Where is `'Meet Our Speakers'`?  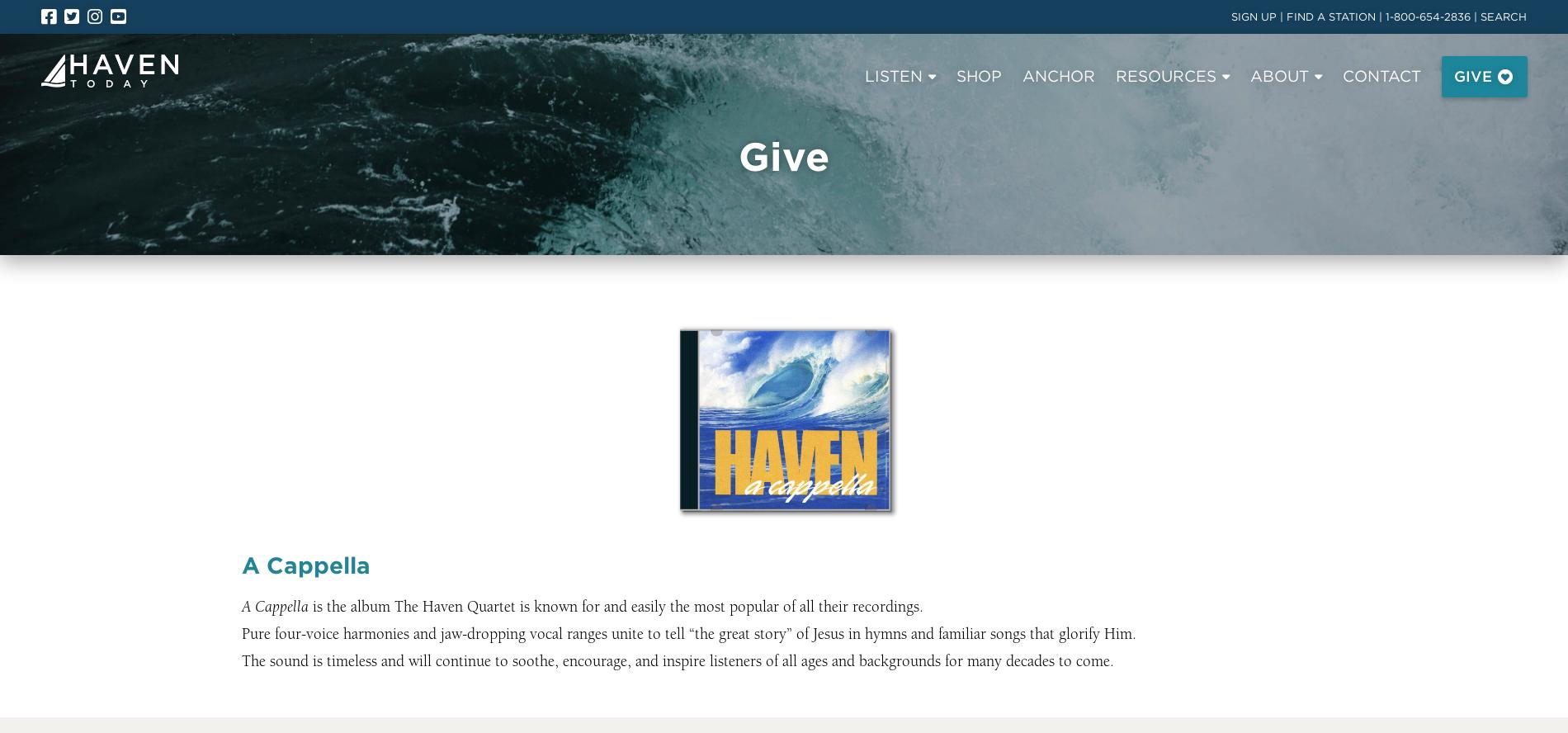
'Meet Our Speakers' is located at coordinates (301, 183).